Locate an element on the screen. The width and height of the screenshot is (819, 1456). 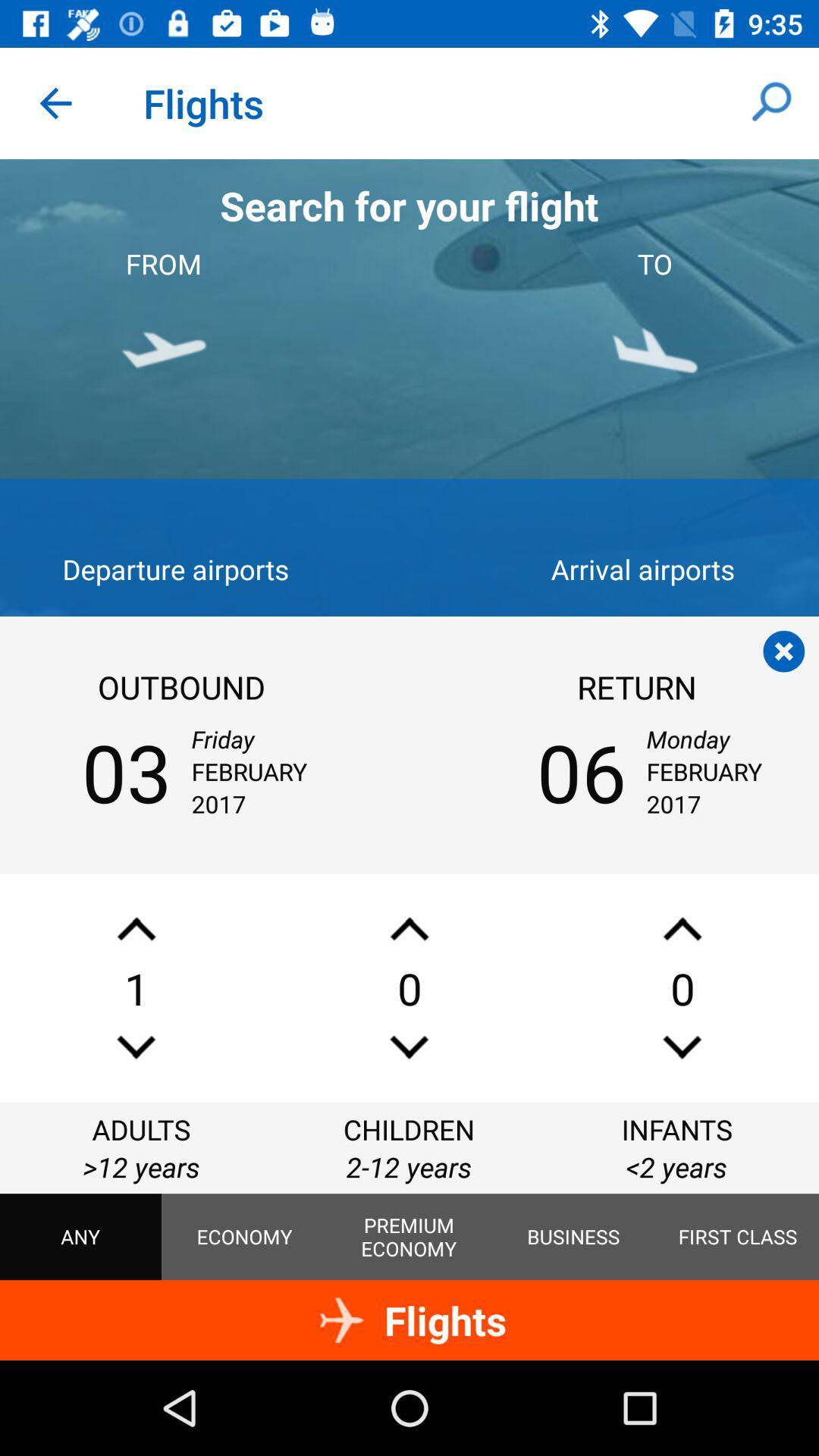
decrease number is located at coordinates (136, 1046).